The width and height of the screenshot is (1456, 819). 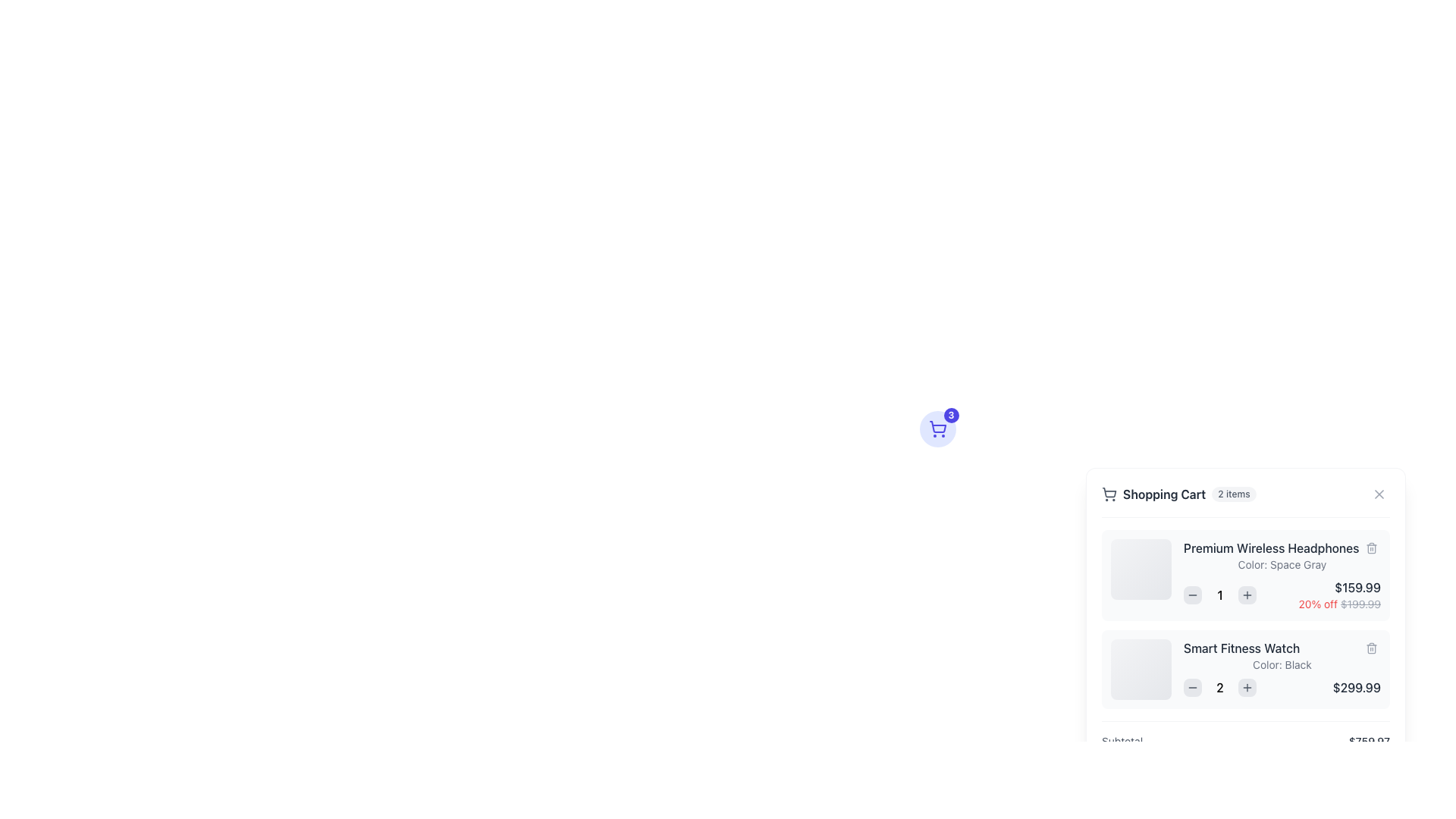 I want to click on the price display for the 'Smart Fitness Watch' in the shopping cart, so click(x=1281, y=687).